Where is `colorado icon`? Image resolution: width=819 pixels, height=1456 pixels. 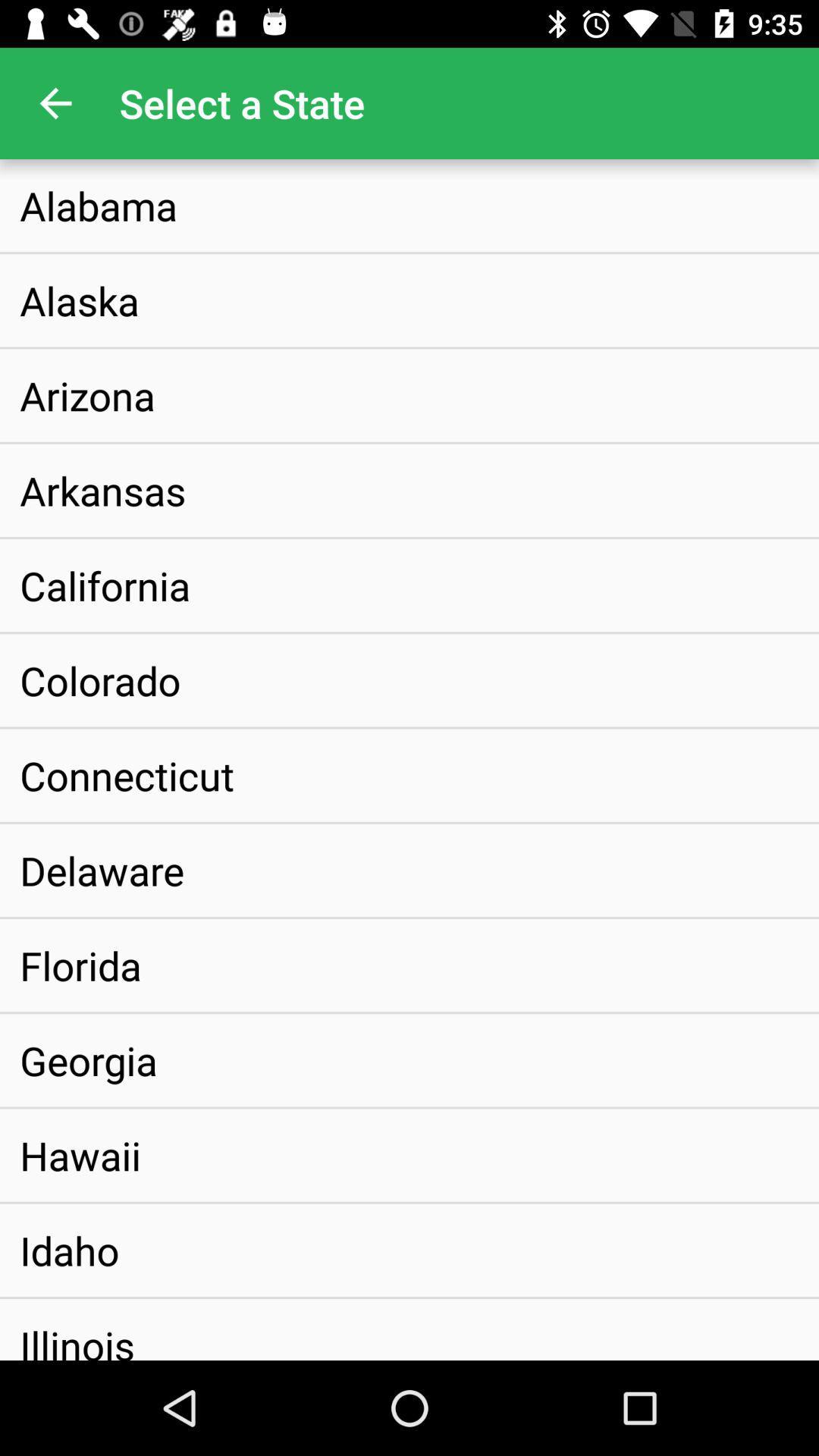 colorado icon is located at coordinates (100, 679).